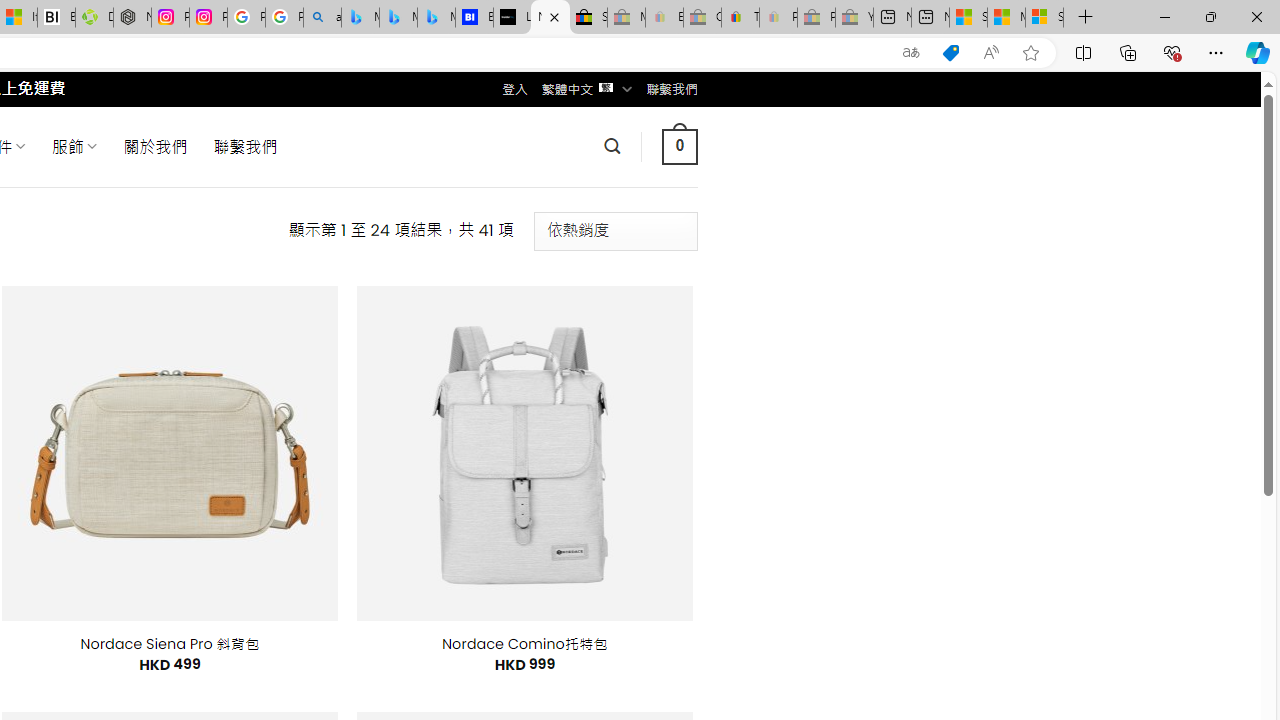 The image size is (1280, 720). Describe the element at coordinates (739, 17) in the screenshot. I see `'Threats and offensive language policy | eBay'` at that location.